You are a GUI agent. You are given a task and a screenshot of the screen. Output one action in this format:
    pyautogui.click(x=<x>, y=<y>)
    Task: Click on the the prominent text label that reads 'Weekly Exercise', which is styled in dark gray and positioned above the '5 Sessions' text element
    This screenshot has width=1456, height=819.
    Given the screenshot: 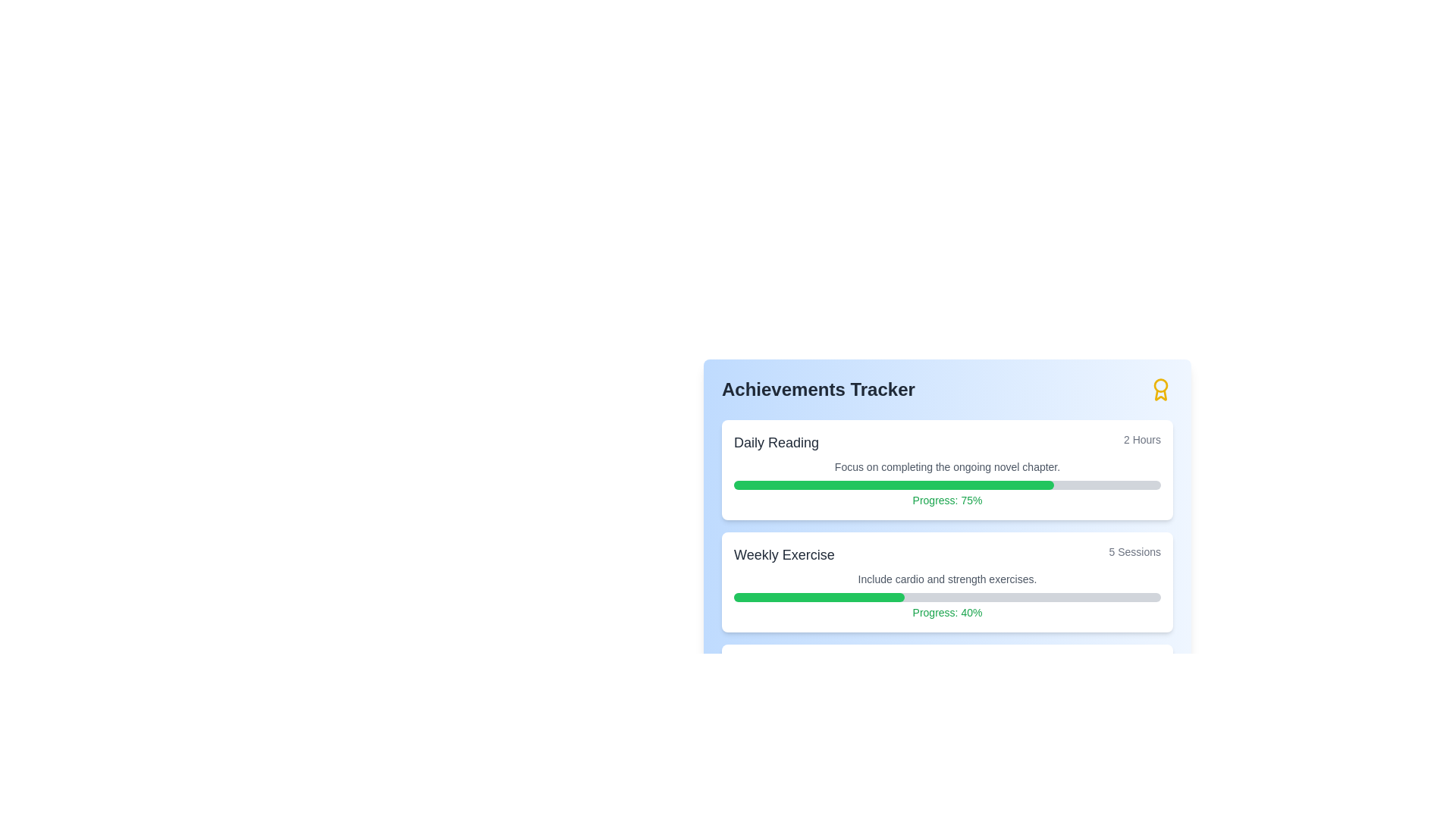 What is the action you would take?
    pyautogui.click(x=784, y=555)
    